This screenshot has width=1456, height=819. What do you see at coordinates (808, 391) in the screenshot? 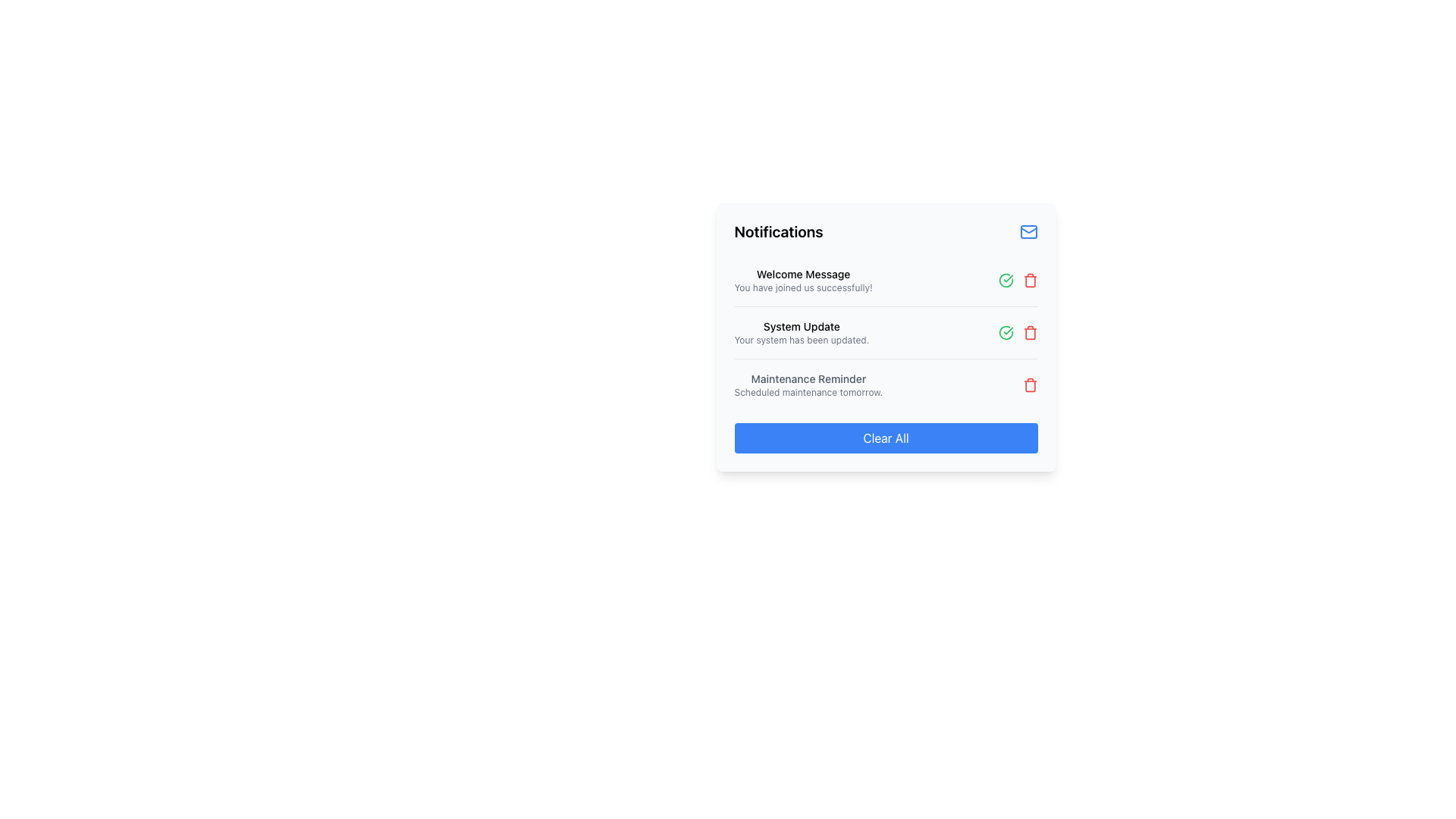
I see `the static text providing additional information about the scheduled maintenance event, located centrally below the 'Maintenance Reminder' text in the notification card` at bounding box center [808, 391].